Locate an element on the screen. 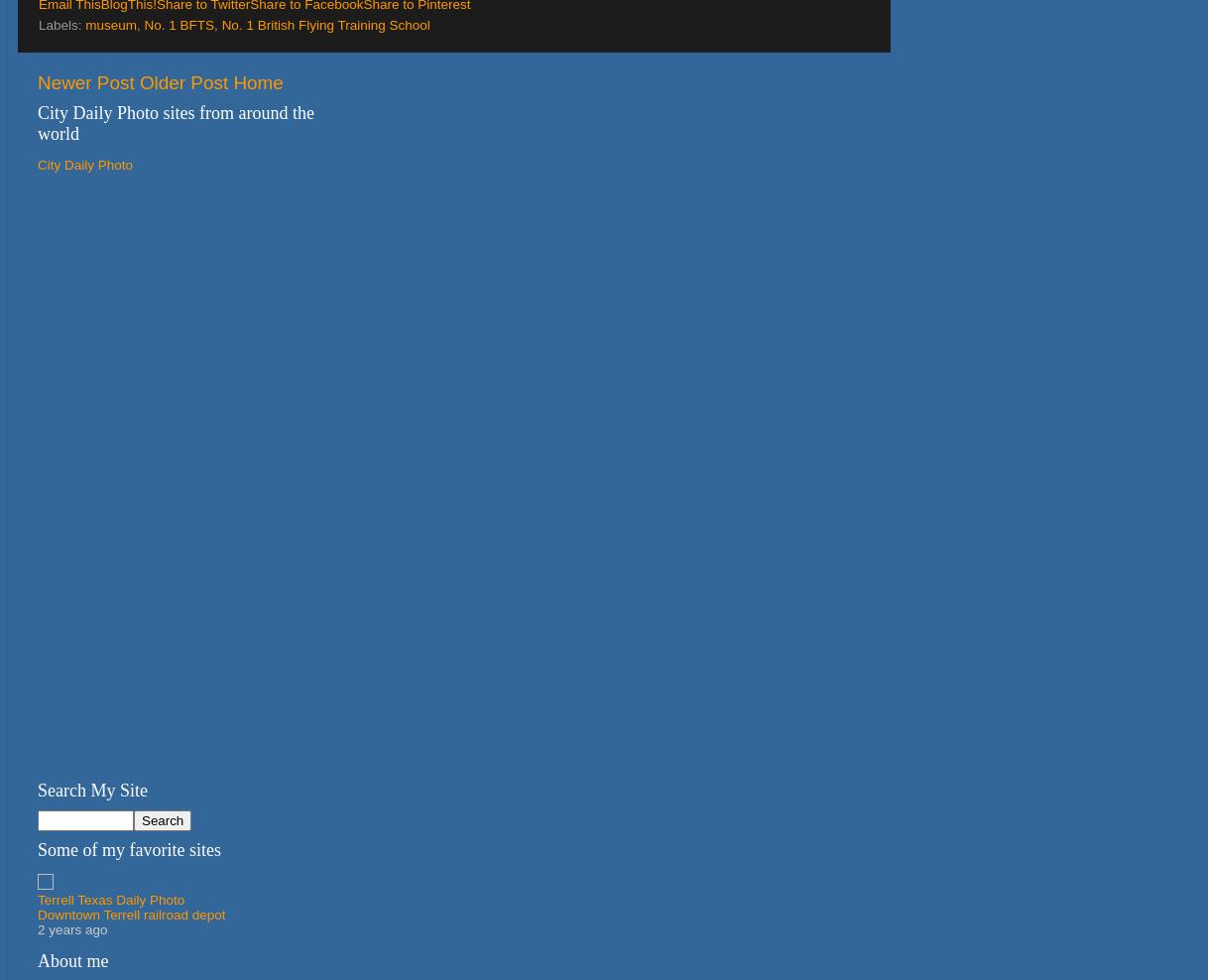 The width and height of the screenshot is (1208, 980). 'Older Post' is located at coordinates (183, 81).